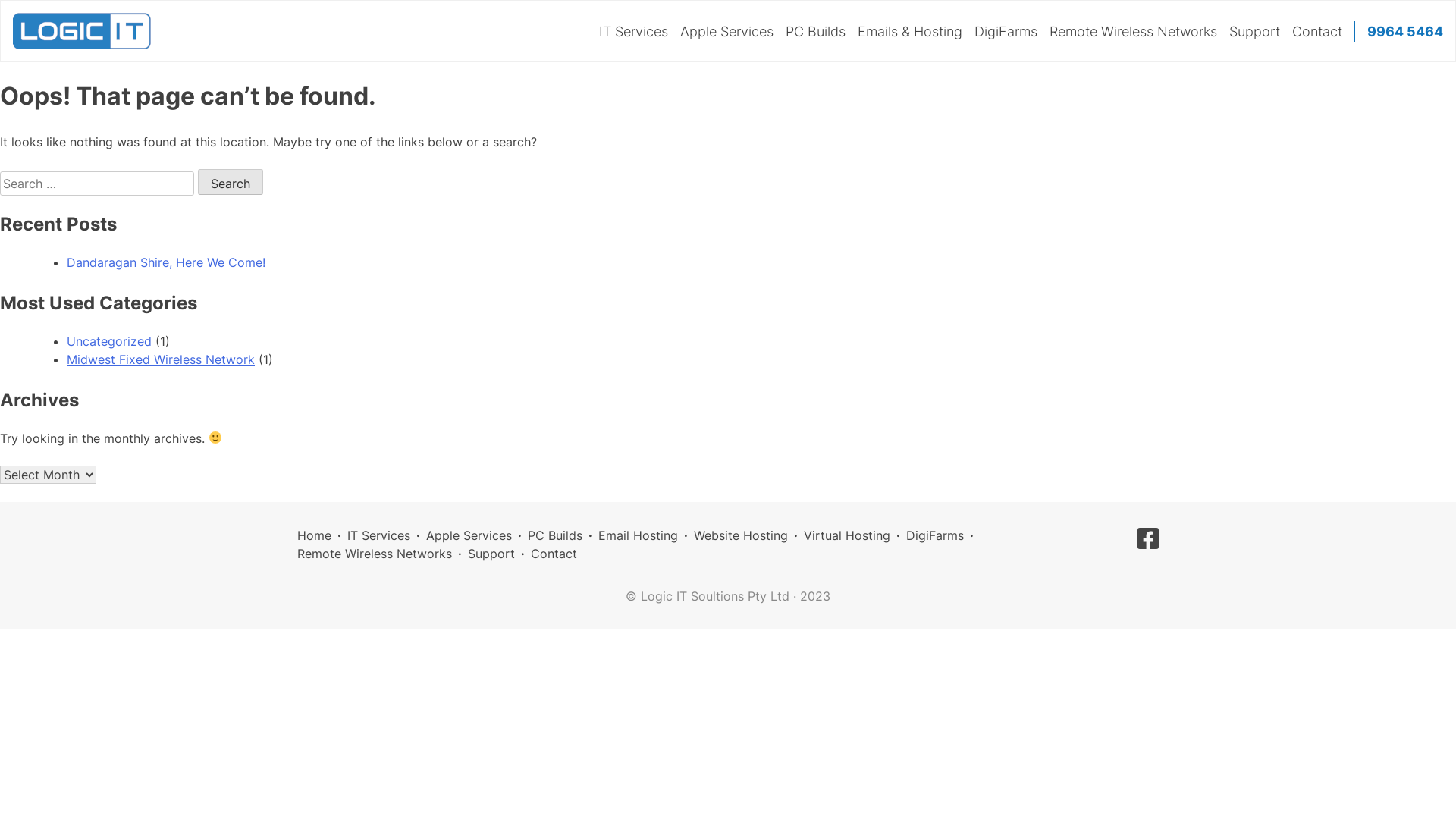  I want to click on 'Uncategorized', so click(108, 341).